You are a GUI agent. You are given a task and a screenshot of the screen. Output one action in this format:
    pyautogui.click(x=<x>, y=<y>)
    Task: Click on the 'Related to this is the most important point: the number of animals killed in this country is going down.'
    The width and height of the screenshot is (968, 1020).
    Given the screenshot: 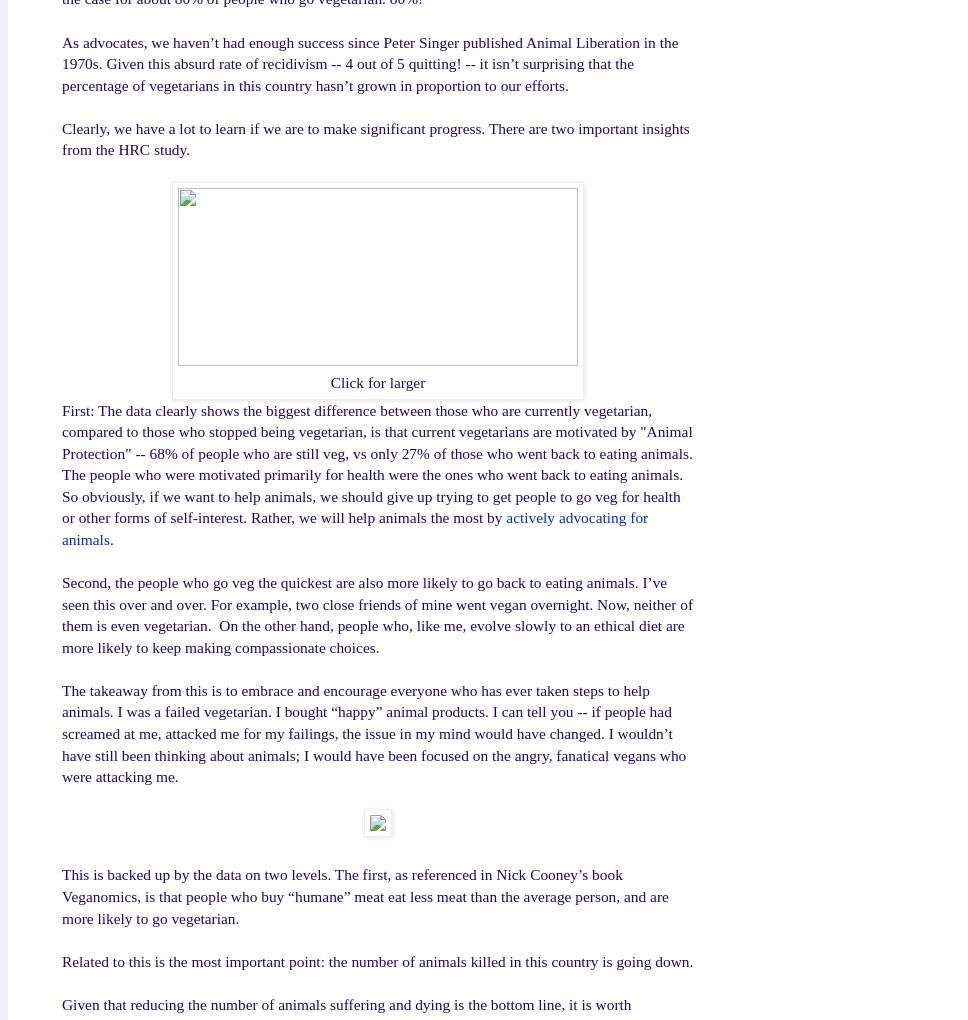 What is the action you would take?
    pyautogui.click(x=376, y=959)
    